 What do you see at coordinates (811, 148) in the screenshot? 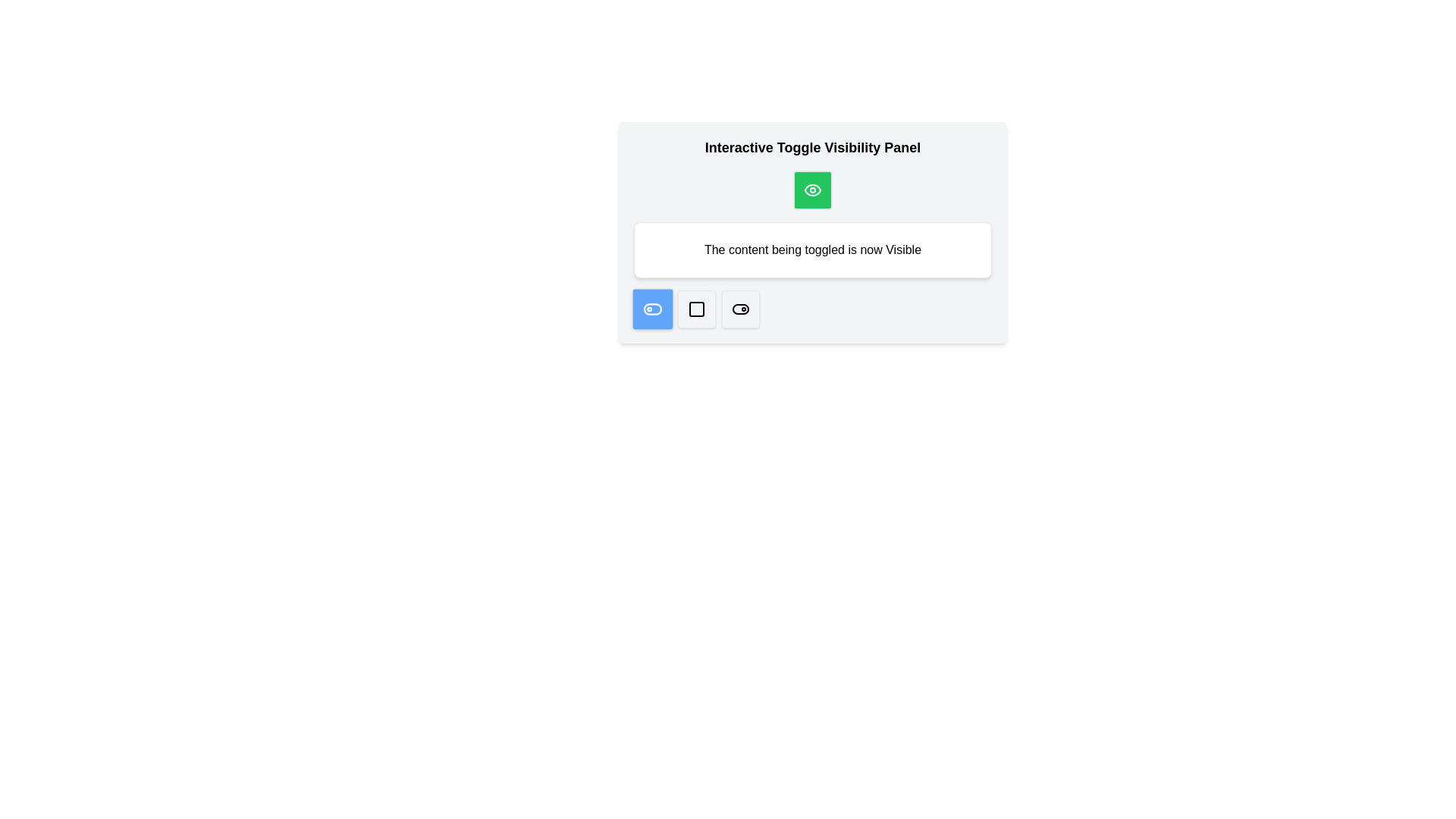
I see `text content of the header labeled 'Interactive Toggle Visibility Panel', which is styled in bold and larger font, positioned above a green button with an eye icon` at bounding box center [811, 148].